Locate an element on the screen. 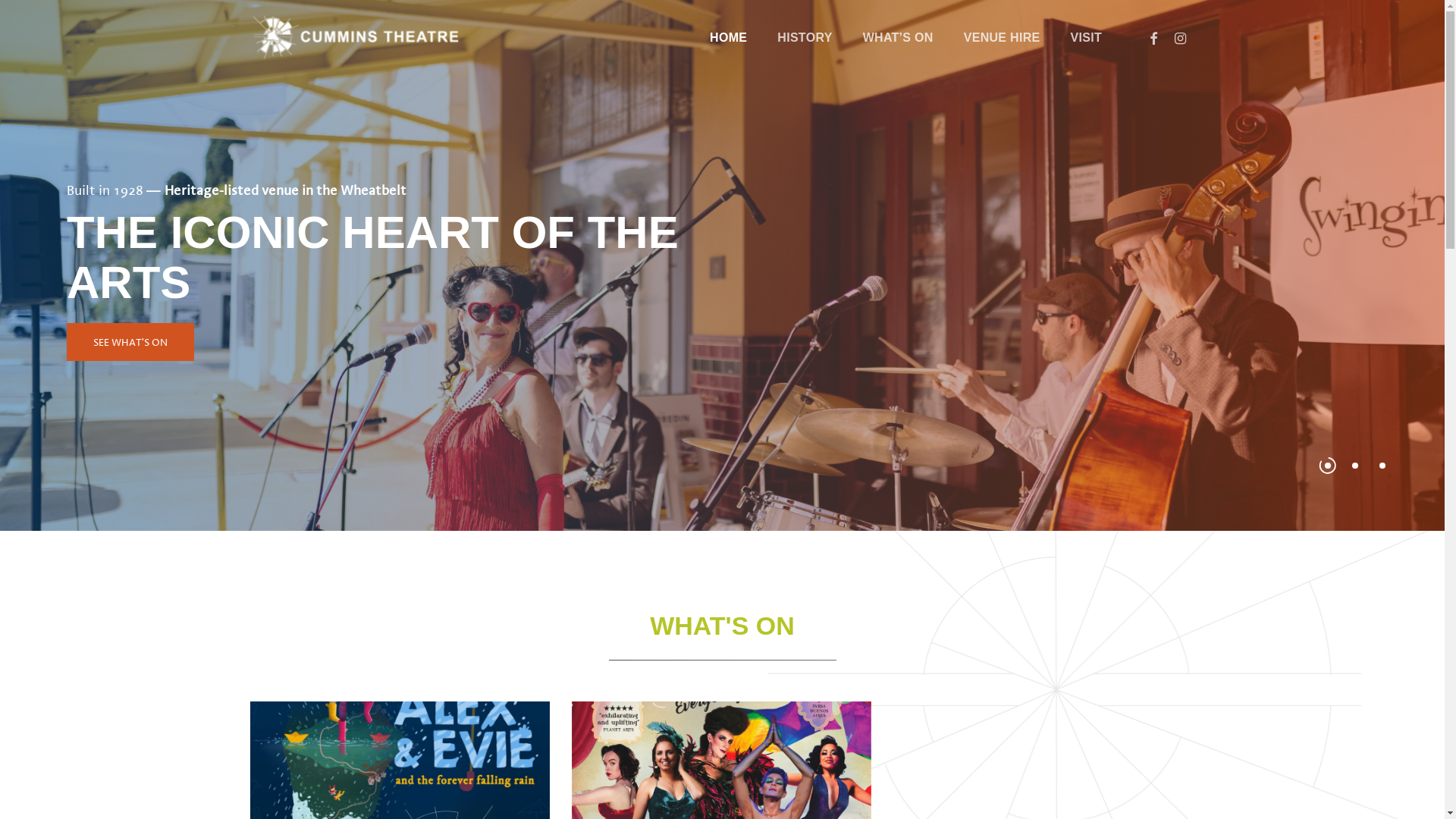 The width and height of the screenshot is (1456, 819). 'FACEBOOK' is located at coordinates (1153, 37).